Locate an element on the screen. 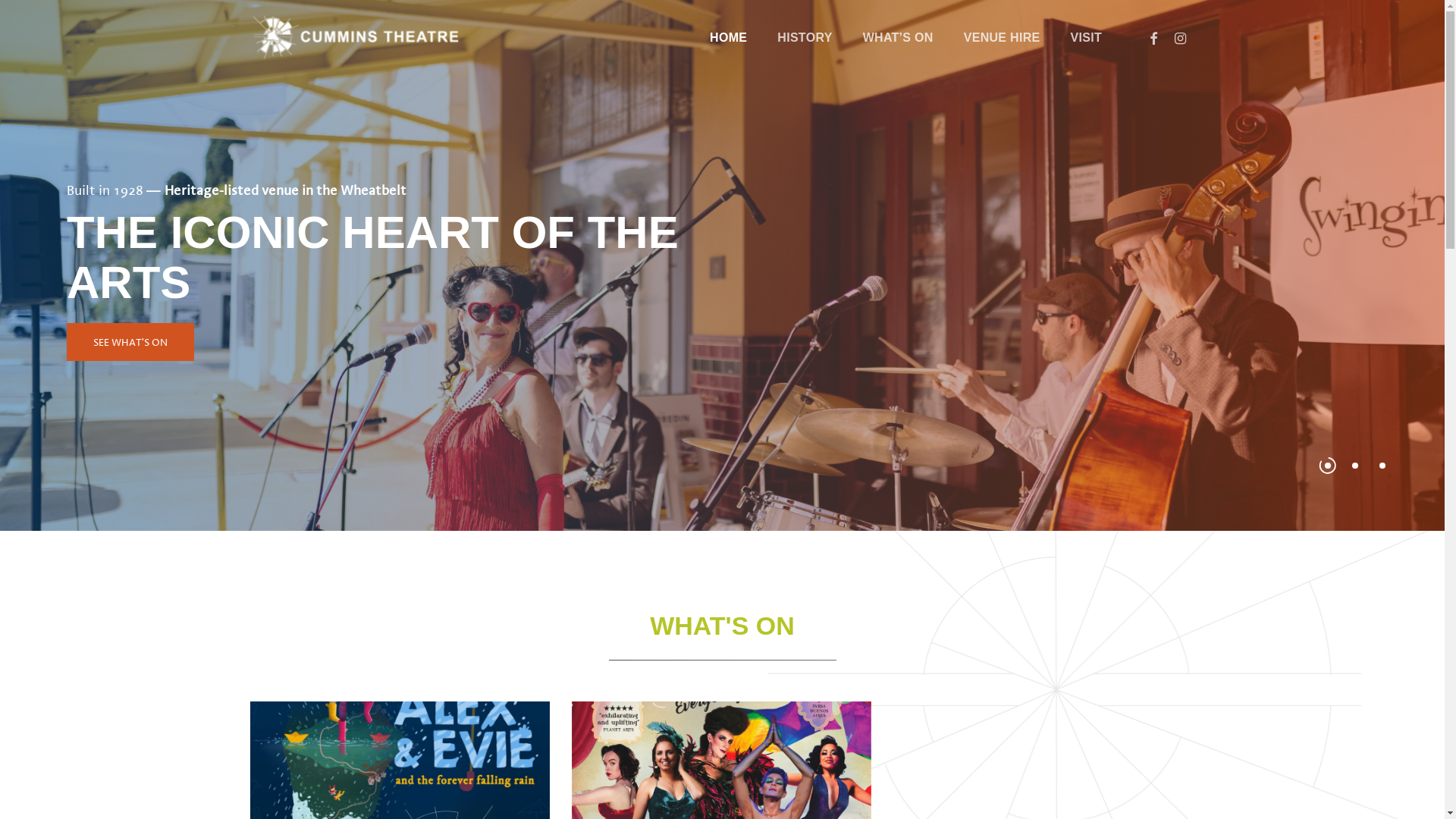 The width and height of the screenshot is (1456, 819). 'FACEBOOK' is located at coordinates (1153, 37).